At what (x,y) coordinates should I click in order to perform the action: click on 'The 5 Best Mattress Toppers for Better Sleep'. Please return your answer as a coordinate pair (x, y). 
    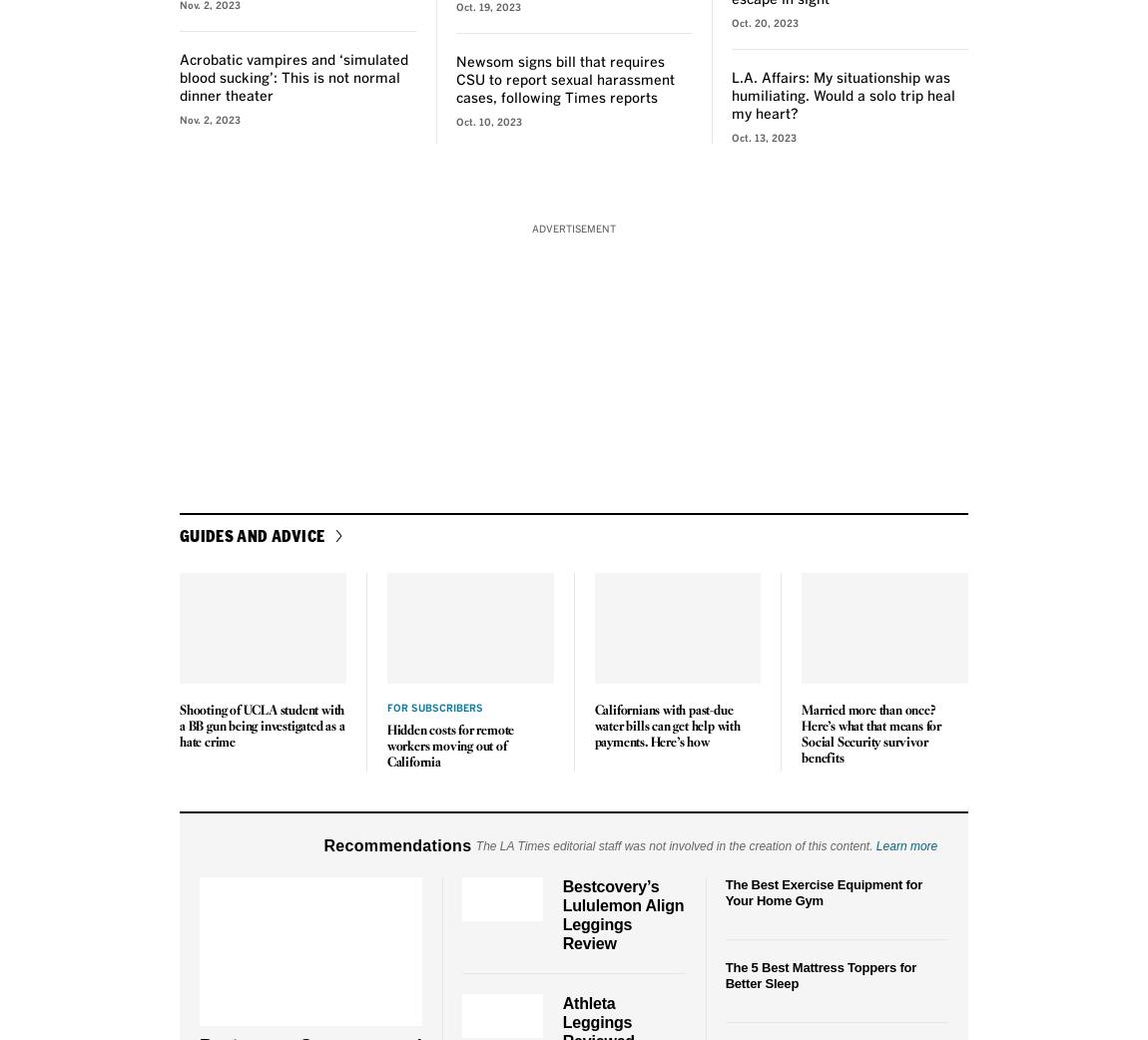
    Looking at the image, I should click on (820, 974).